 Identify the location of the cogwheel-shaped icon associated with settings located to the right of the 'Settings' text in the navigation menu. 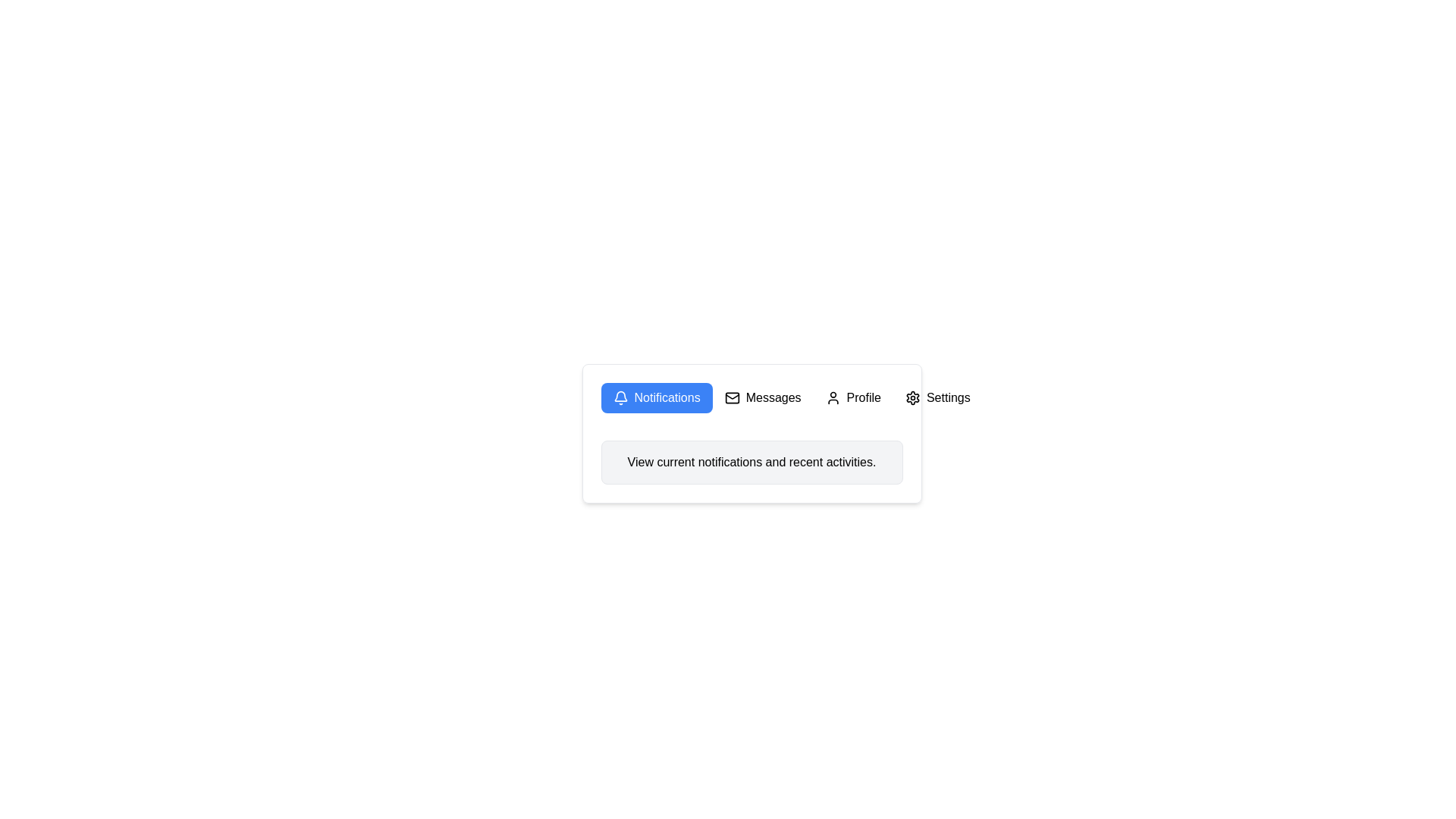
(912, 397).